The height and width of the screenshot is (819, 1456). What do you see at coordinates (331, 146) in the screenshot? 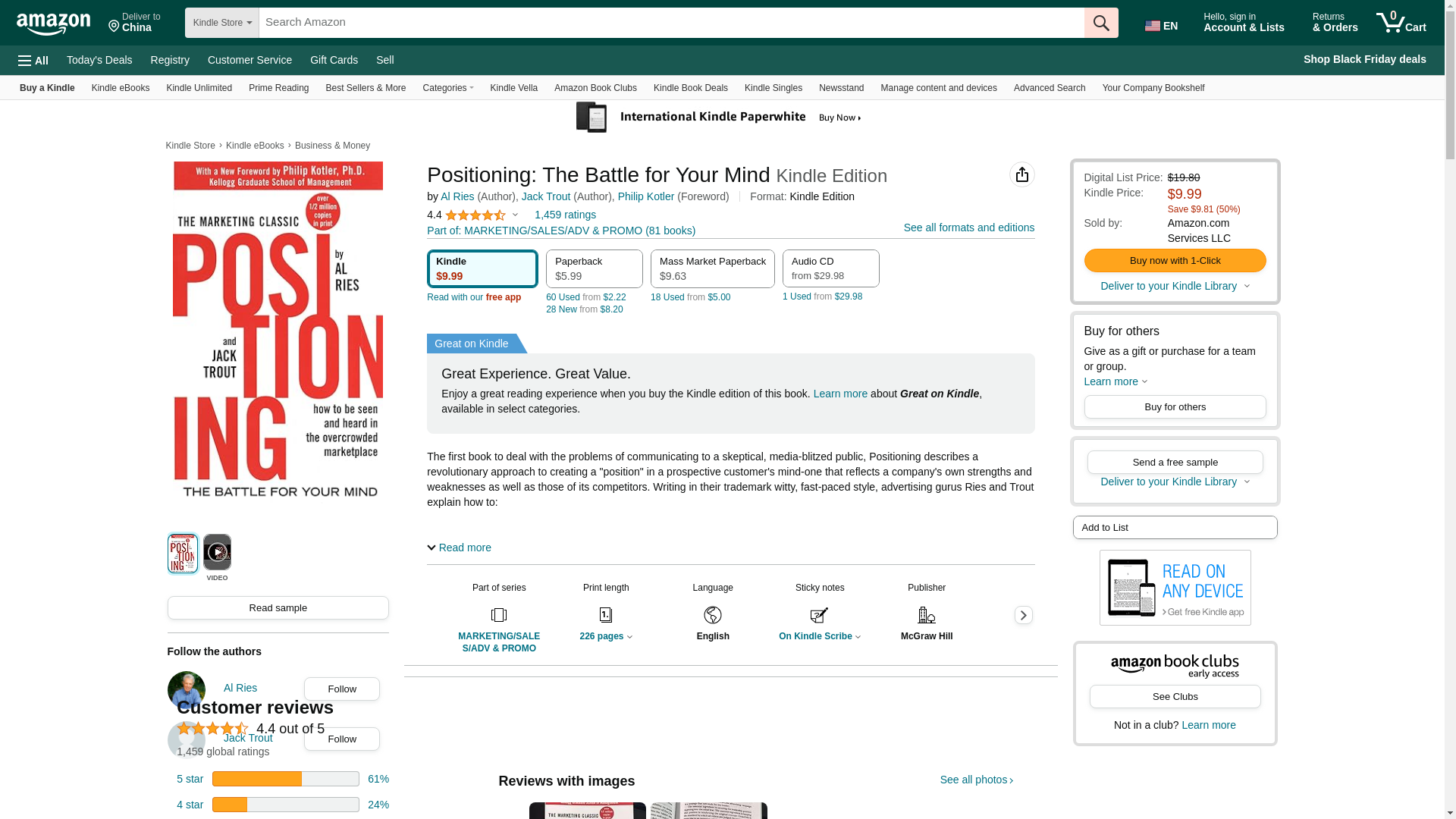
I see `'Business & Money'` at bounding box center [331, 146].